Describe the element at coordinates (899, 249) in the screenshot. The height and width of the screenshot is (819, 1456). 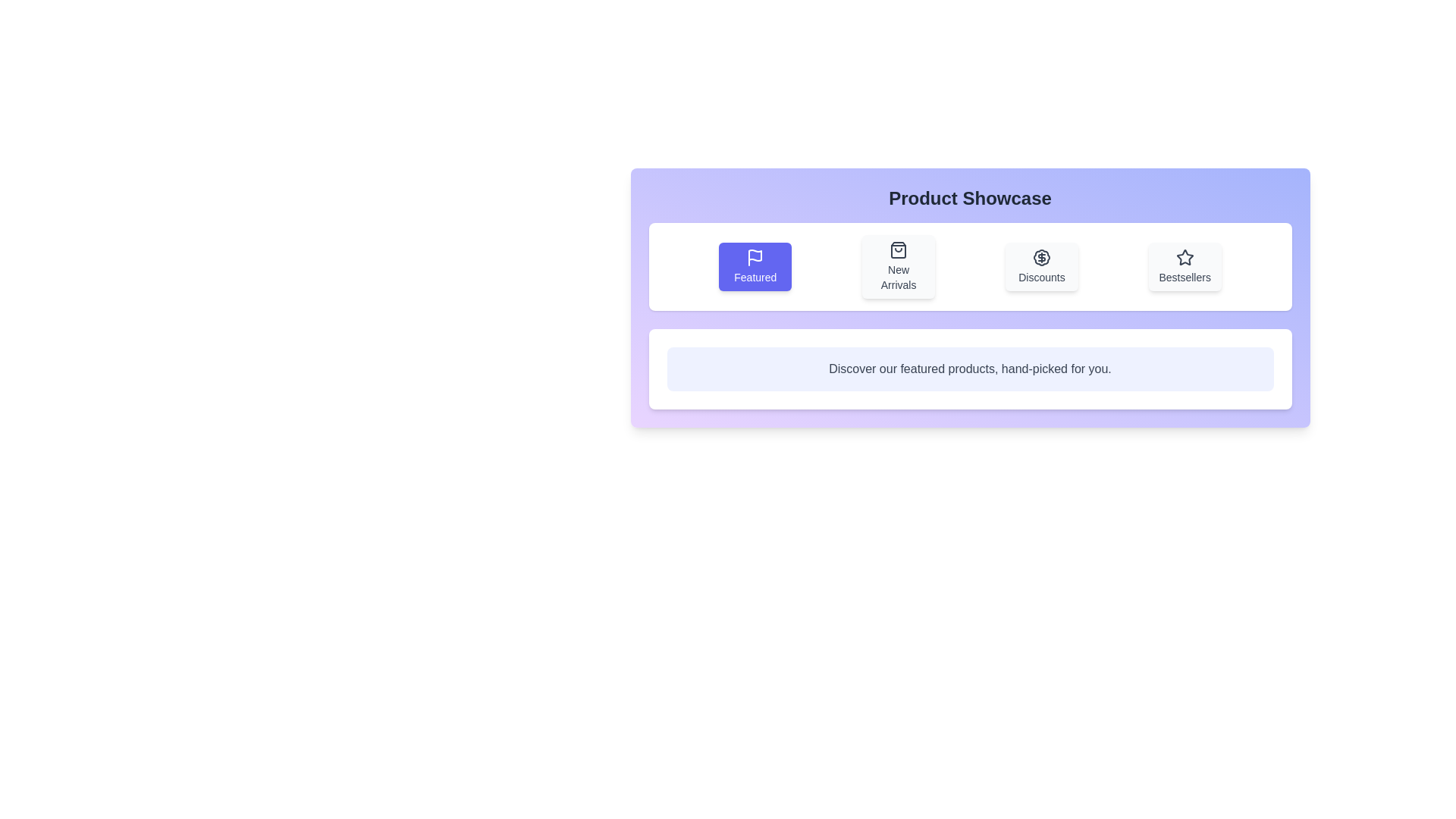
I see `the 'New Arrivals' icon located in the center top part of the second UI box` at that location.